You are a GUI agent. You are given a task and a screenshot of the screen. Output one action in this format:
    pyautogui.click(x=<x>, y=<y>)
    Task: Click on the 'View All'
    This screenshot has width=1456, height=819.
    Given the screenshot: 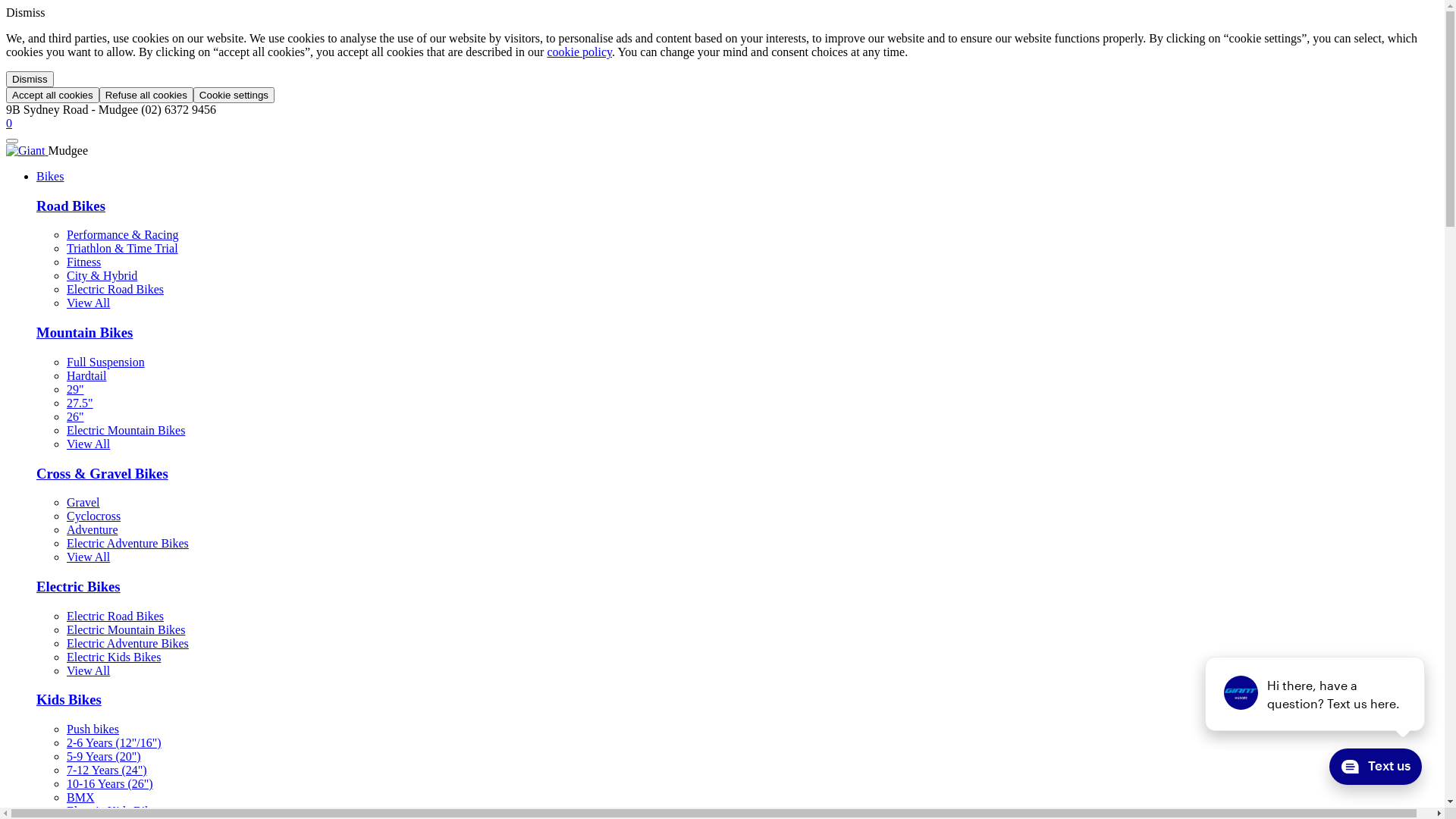 What is the action you would take?
    pyautogui.click(x=87, y=557)
    